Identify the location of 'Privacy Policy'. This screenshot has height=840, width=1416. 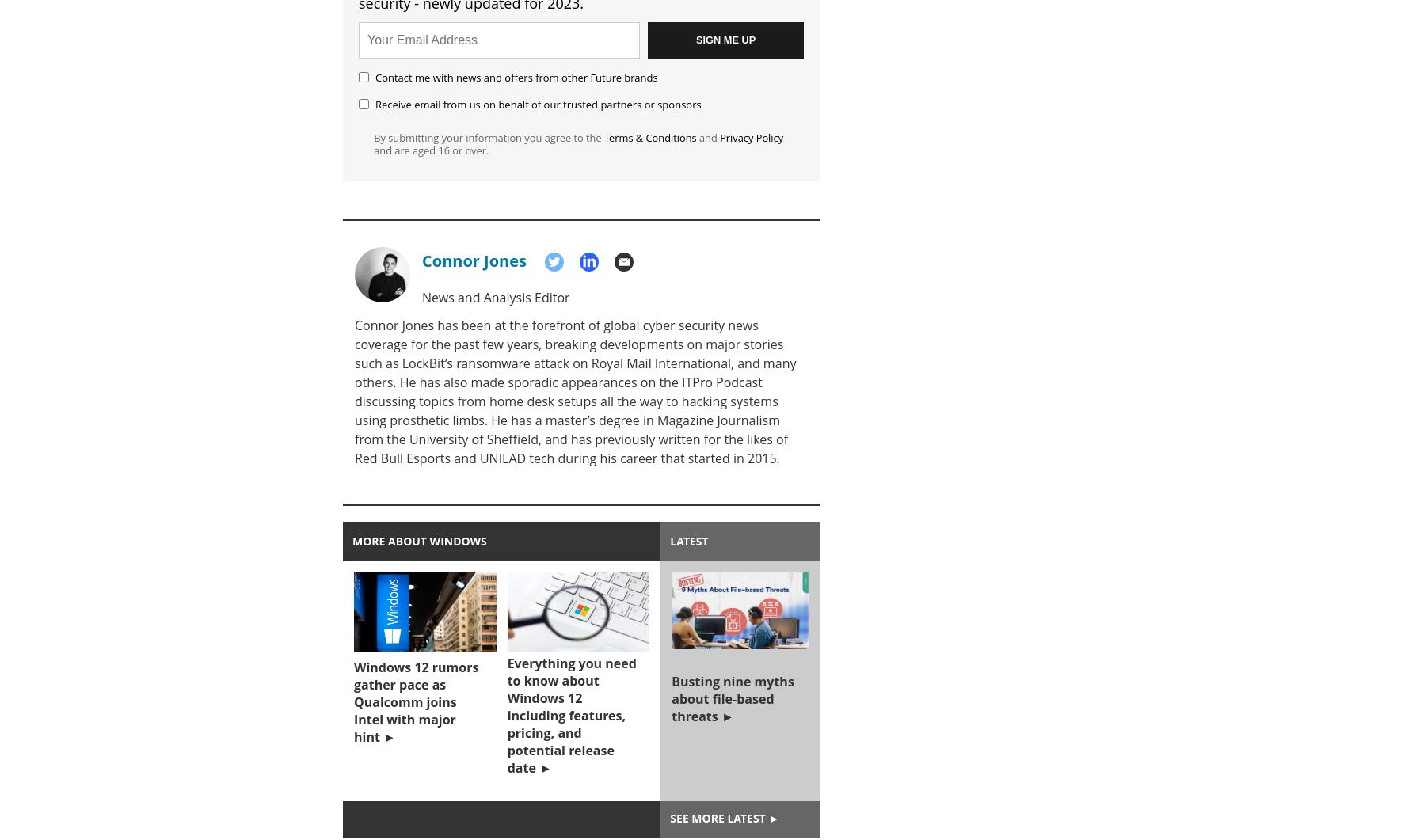
(752, 137).